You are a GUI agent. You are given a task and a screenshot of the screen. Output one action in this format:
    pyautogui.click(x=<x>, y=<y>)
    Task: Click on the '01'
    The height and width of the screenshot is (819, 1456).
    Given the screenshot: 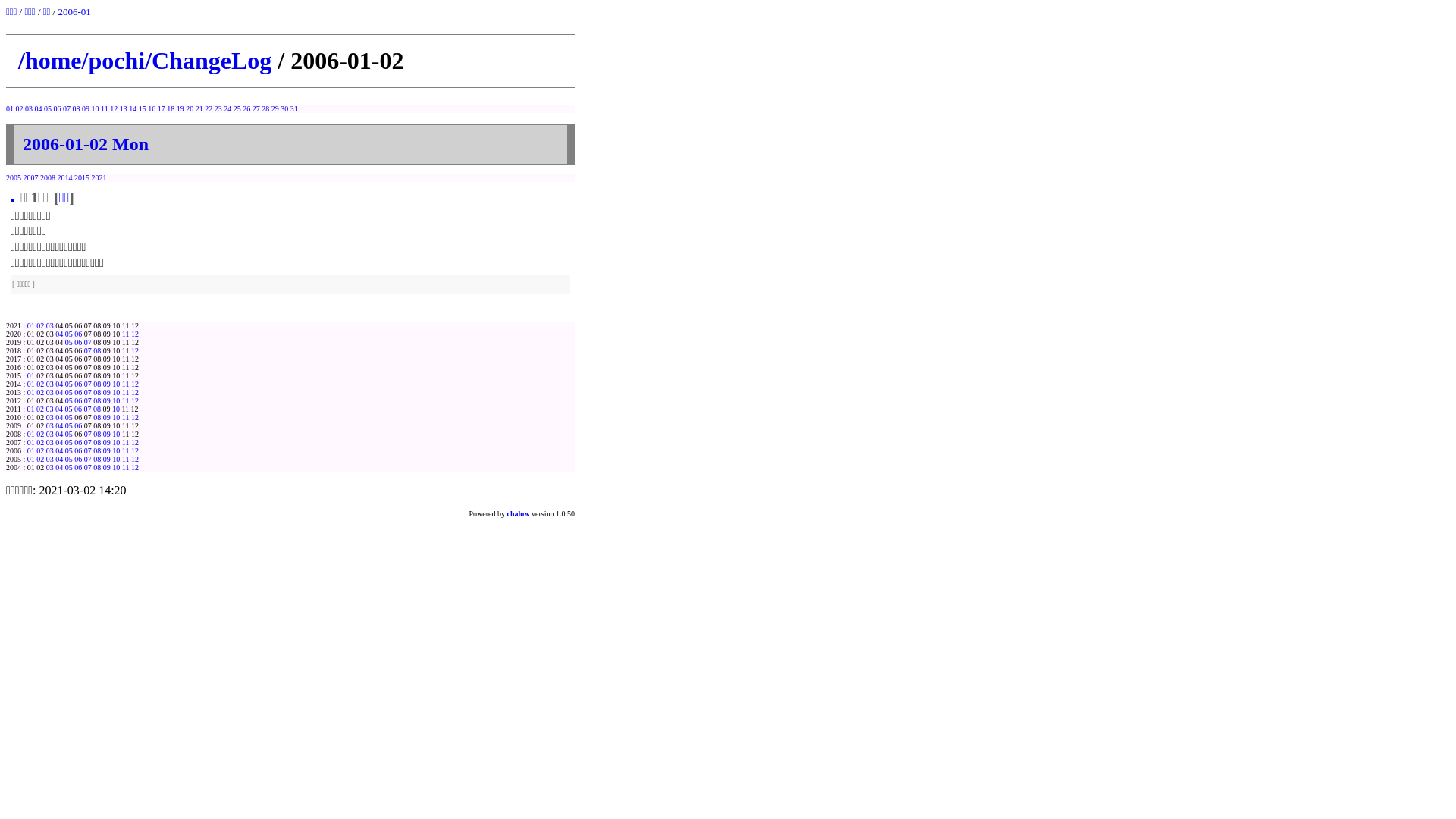 What is the action you would take?
    pyautogui.click(x=31, y=383)
    